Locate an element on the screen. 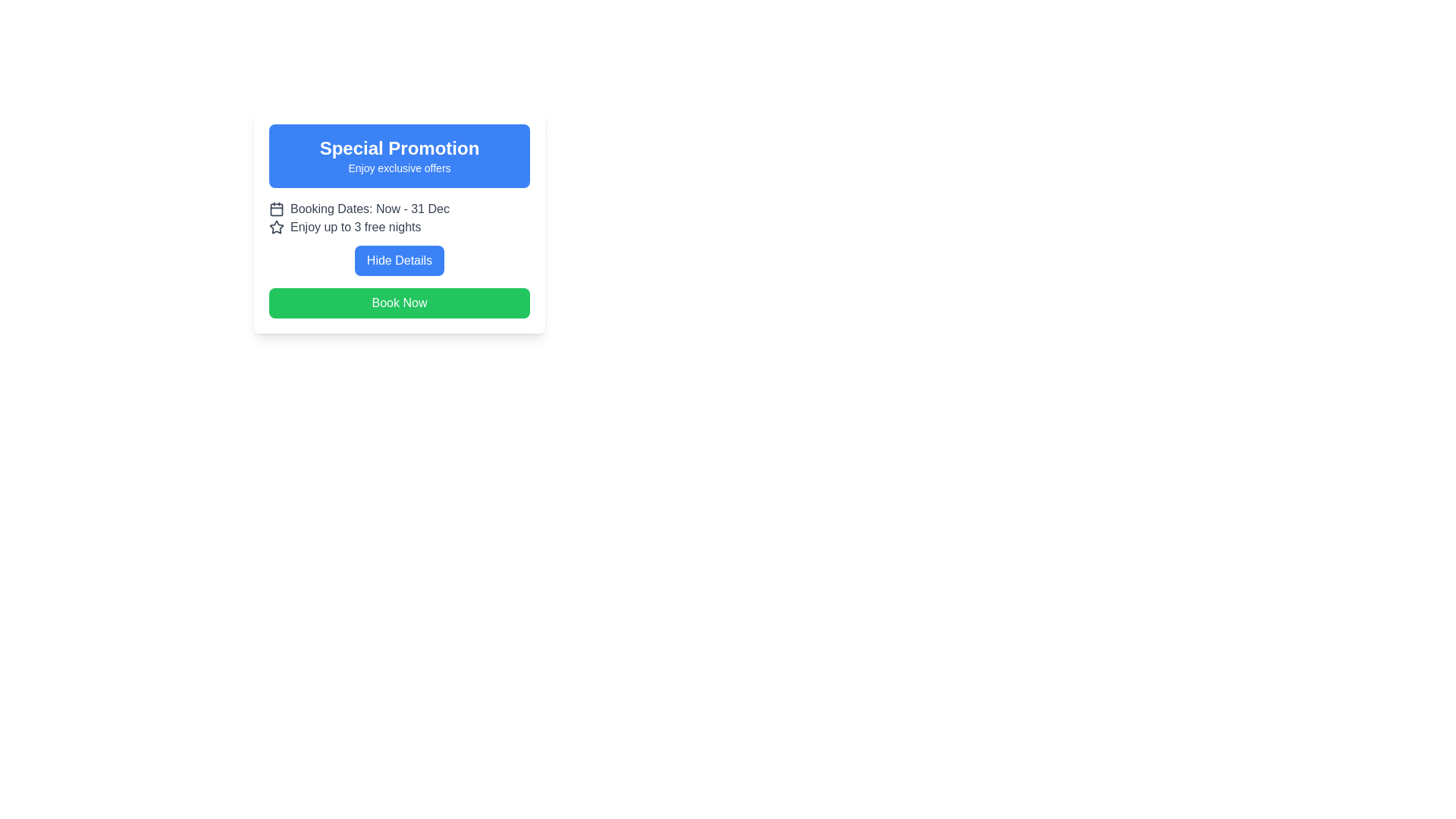  the promotional text label with an associated icon located below the 'Booking Dates: Now - 31 Dec' text, which is the second line of text in the promotional block, directly above the 'Hide Details' button is located at coordinates (400, 227).